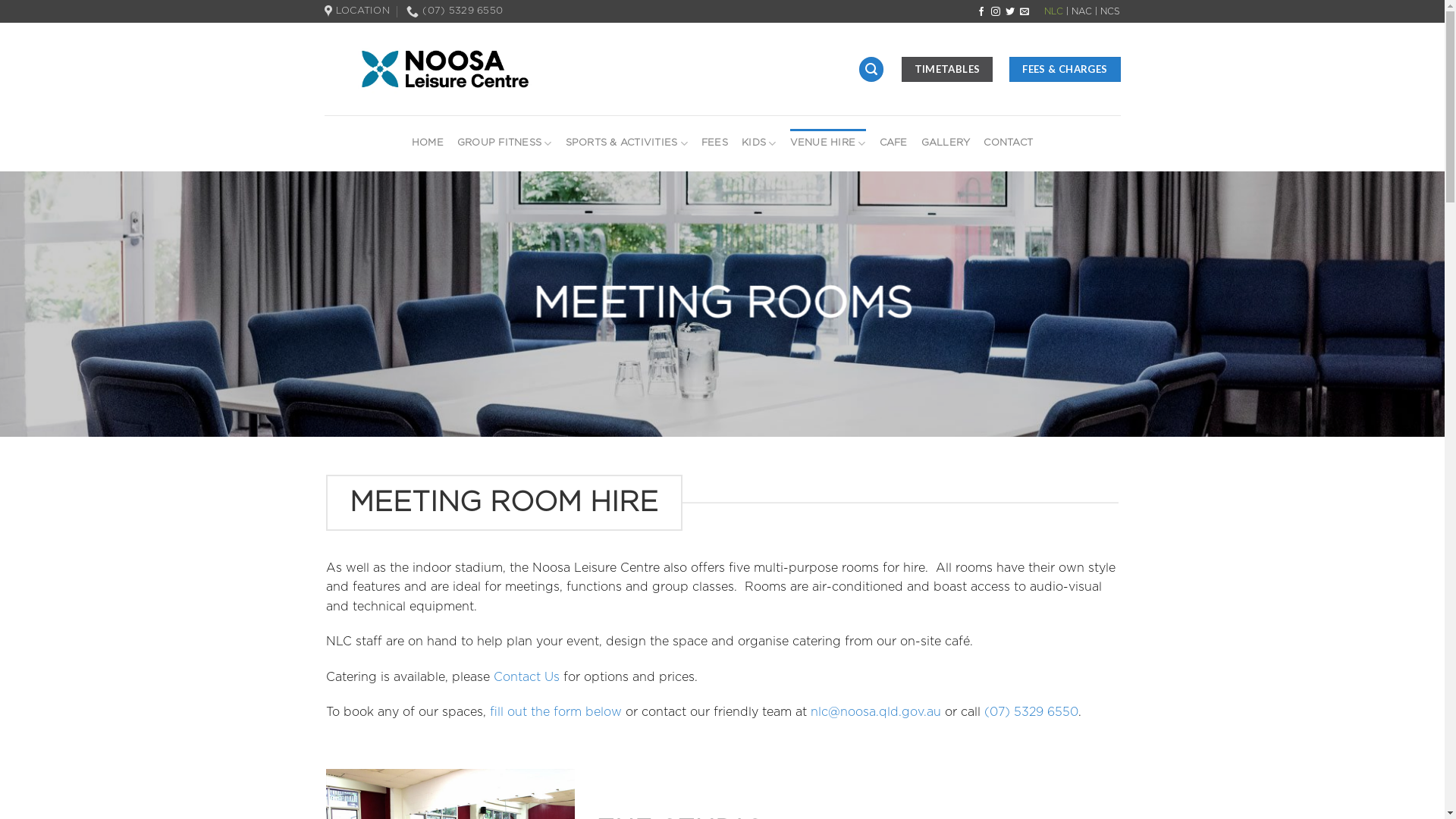  Describe the element at coordinates (1024, 11) in the screenshot. I see `'Send us an email'` at that location.